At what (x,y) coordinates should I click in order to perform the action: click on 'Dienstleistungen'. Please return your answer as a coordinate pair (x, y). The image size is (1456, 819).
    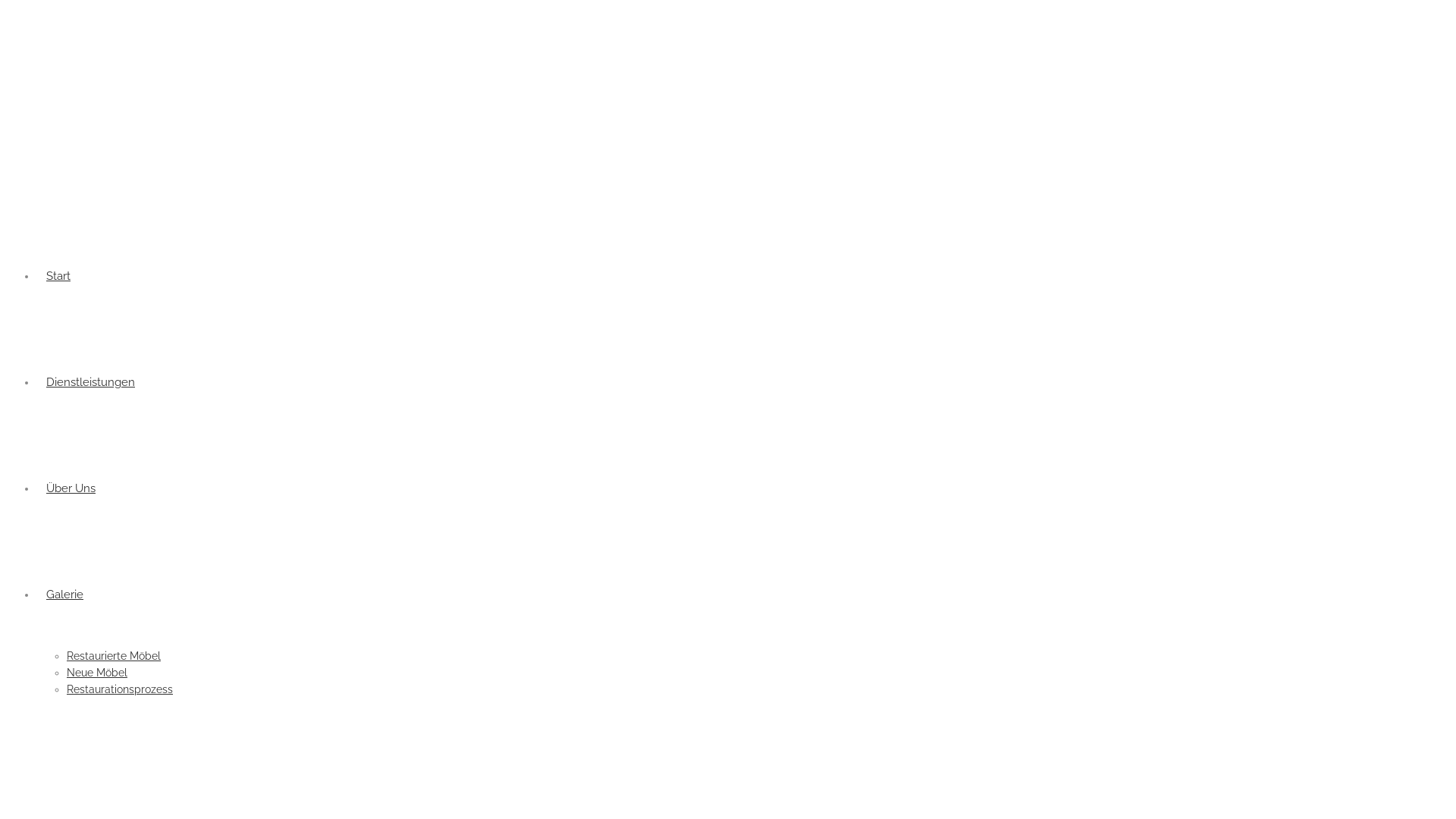
    Looking at the image, I should click on (89, 381).